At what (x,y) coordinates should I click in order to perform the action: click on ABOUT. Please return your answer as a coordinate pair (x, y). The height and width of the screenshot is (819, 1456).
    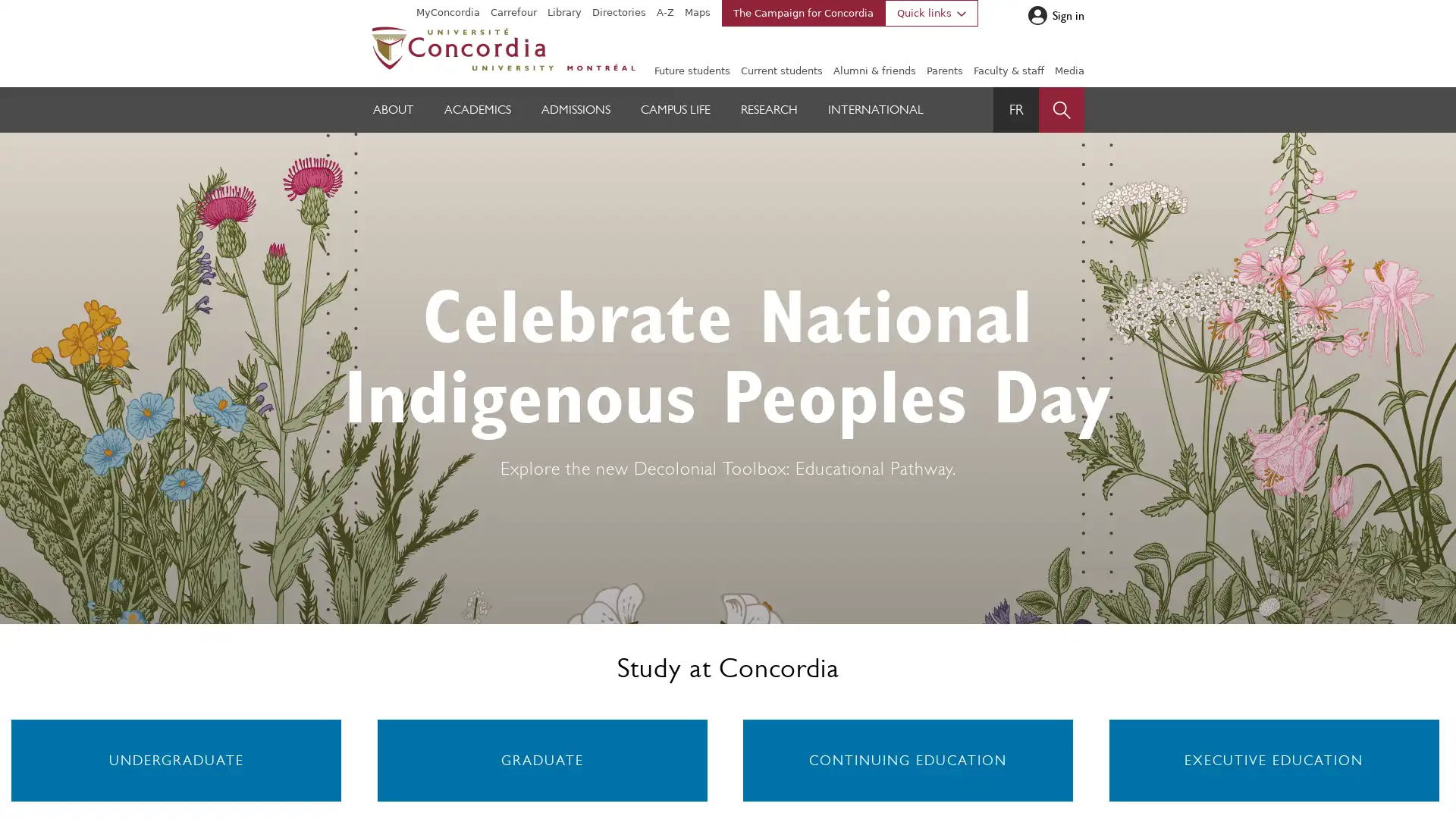
    Looking at the image, I should click on (393, 109).